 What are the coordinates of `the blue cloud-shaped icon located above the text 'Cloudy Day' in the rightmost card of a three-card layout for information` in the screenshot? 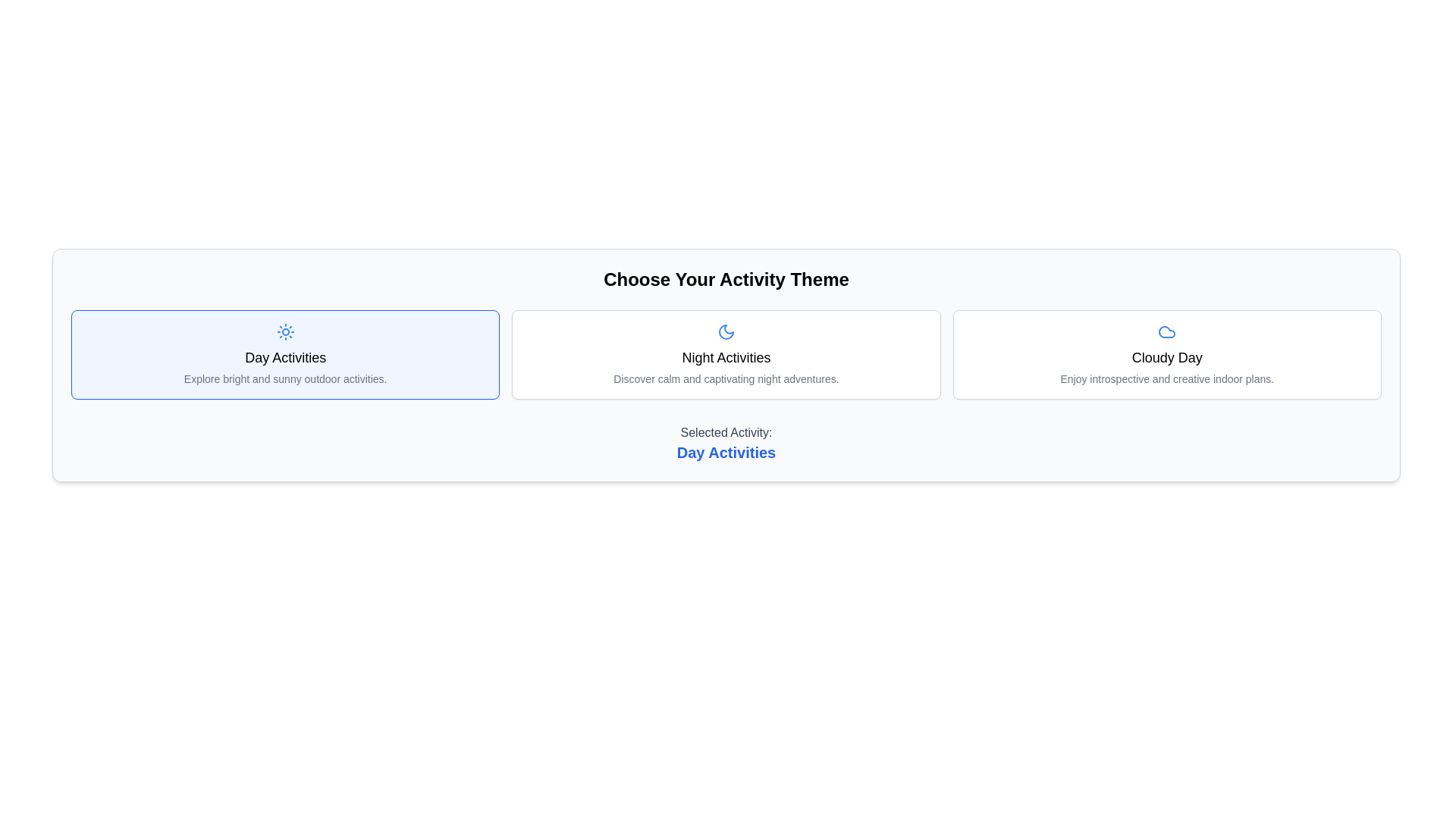 It's located at (1166, 331).